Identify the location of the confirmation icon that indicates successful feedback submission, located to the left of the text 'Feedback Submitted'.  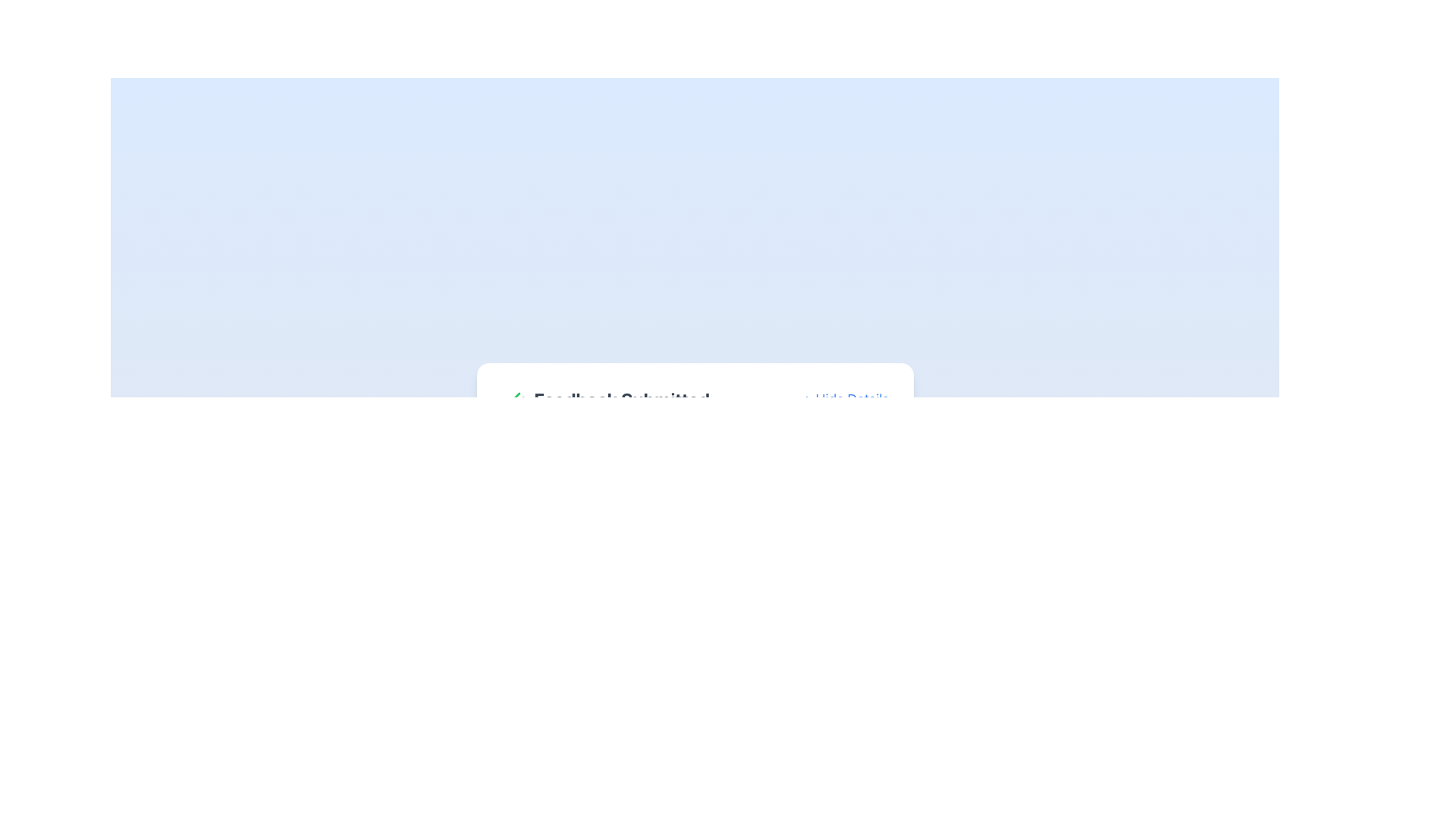
(513, 398).